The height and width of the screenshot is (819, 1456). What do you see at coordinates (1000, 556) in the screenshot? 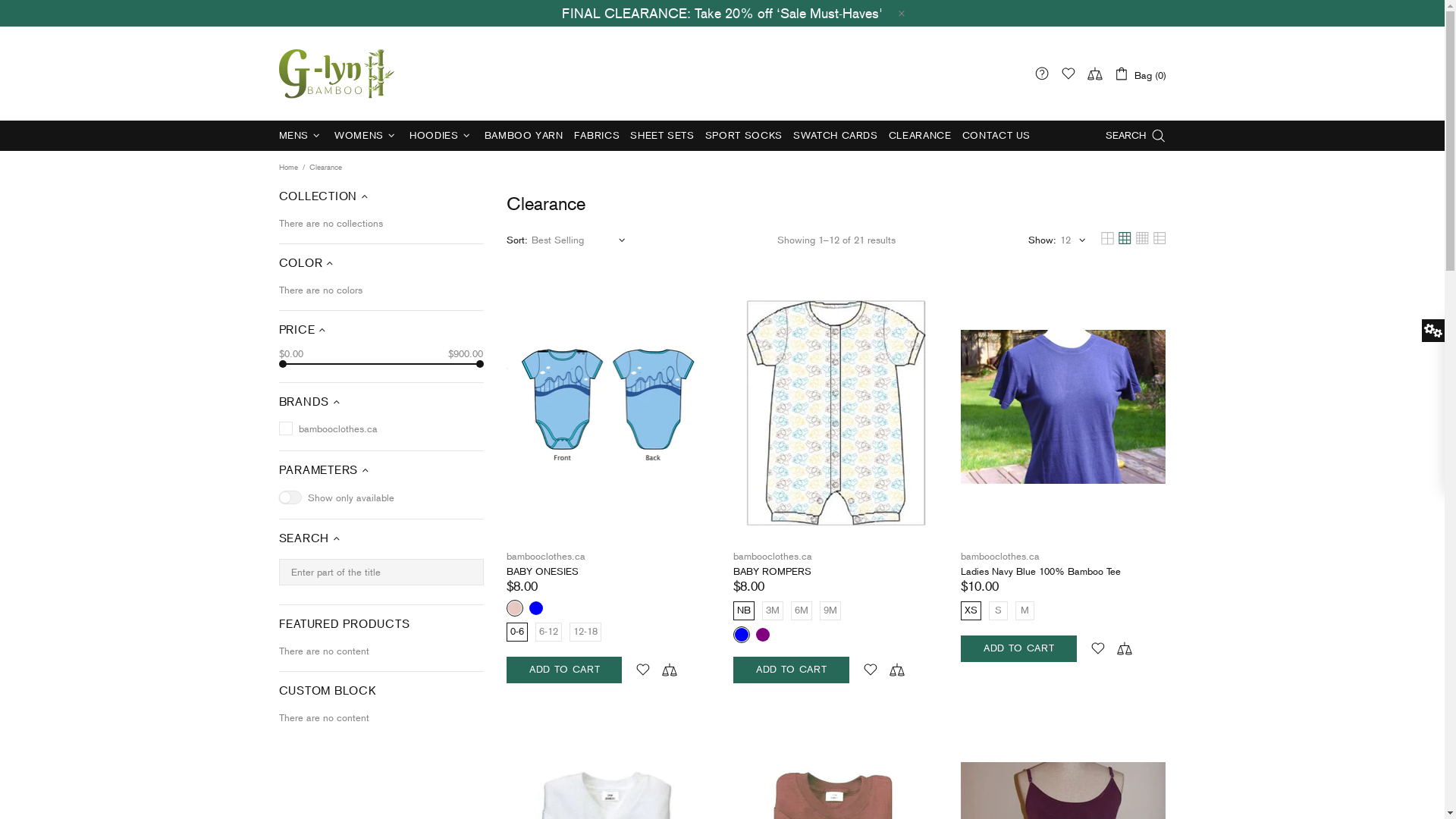
I see `'bambooclothes.ca'` at bounding box center [1000, 556].